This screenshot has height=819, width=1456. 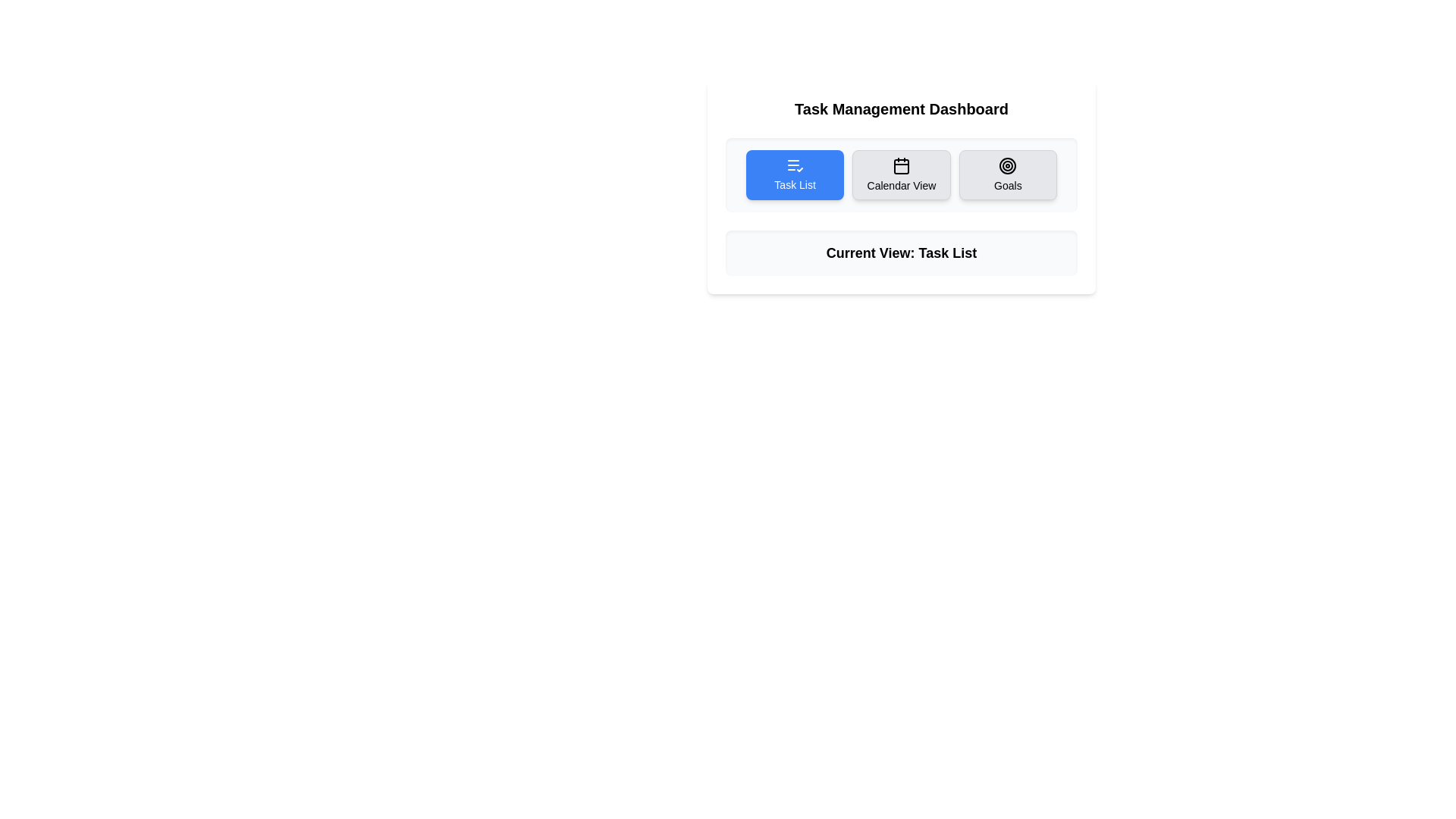 What do you see at coordinates (902, 174) in the screenshot?
I see `the navigation bar containing the buttons 'Task List', 'Calendar View', and 'Goals' for interaction feedback` at bounding box center [902, 174].